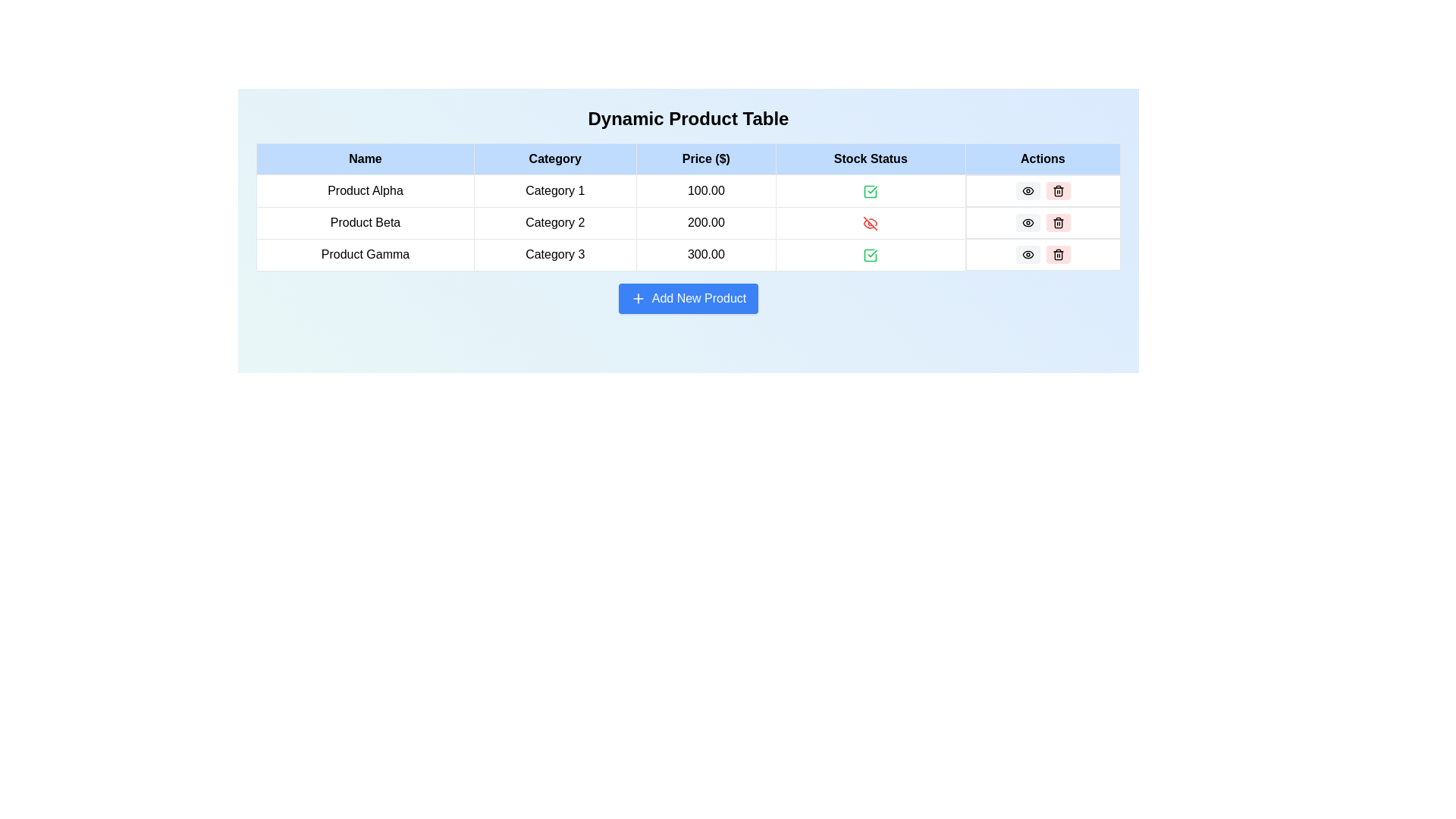 The width and height of the screenshot is (1456, 819). What do you see at coordinates (705, 158) in the screenshot?
I see `the third column header cell of the 'Dynamic Product Table' that labels the price values in USD` at bounding box center [705, 158].